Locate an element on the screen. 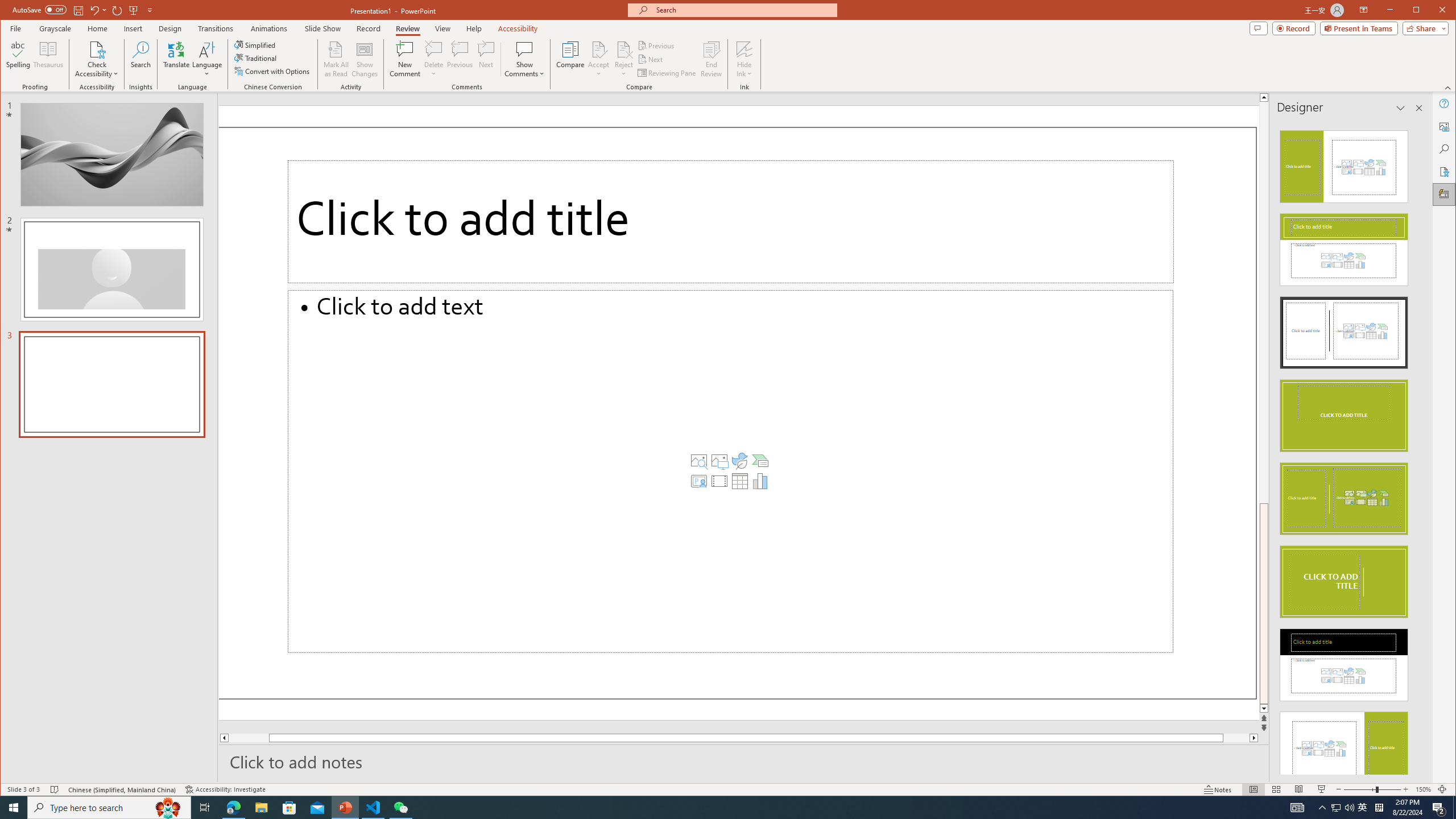 Image resolution: width=1456 pixels, height=819 pixels. 'New Comment' is located at coordinates (405, 59).